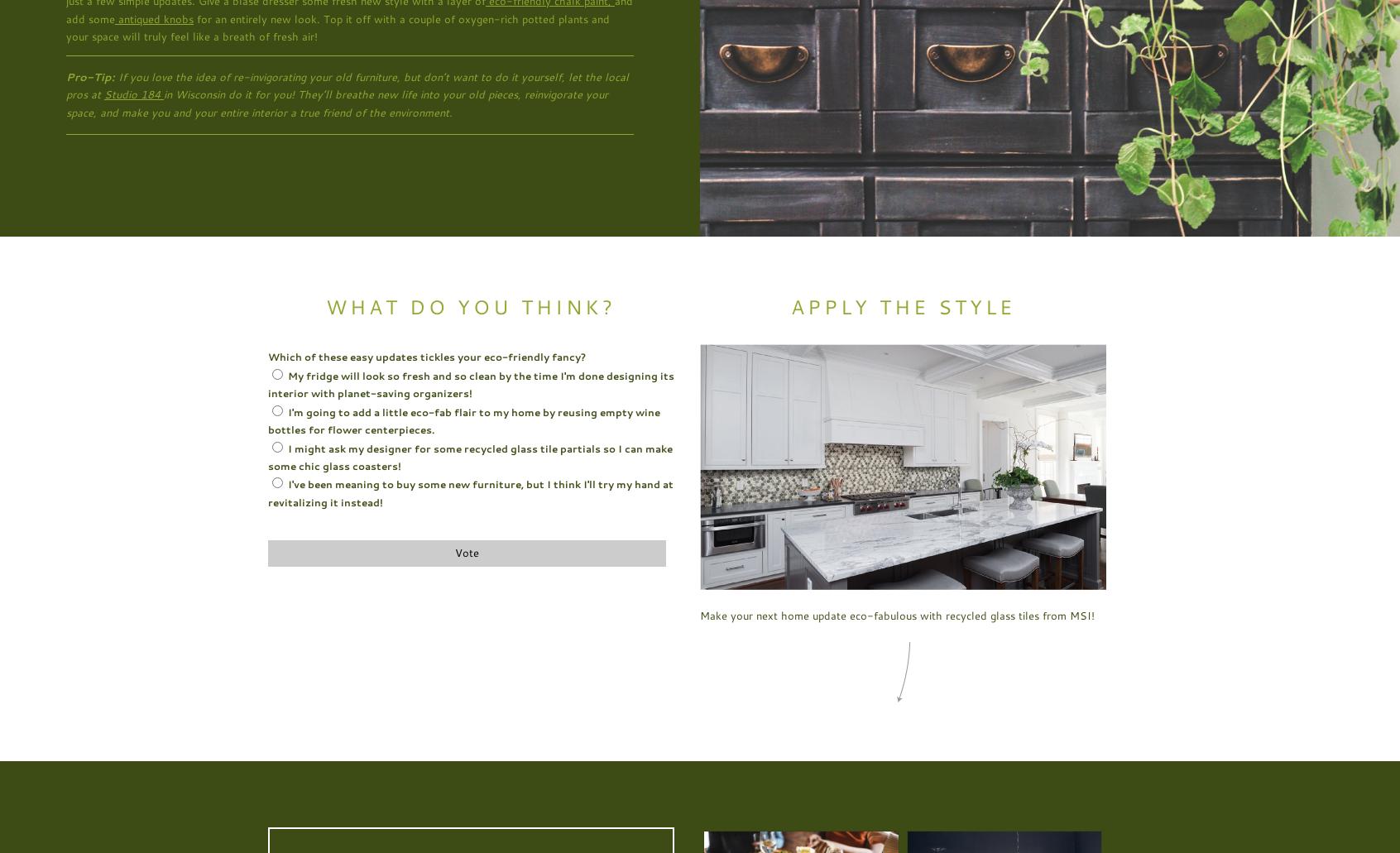  I want to click on 'in Wisconsin do it for you! They’ll breathe new life into your old pieces, reinvigorate your space, and make you and your entire interior a true friend of the environment.', so click(337, 102).